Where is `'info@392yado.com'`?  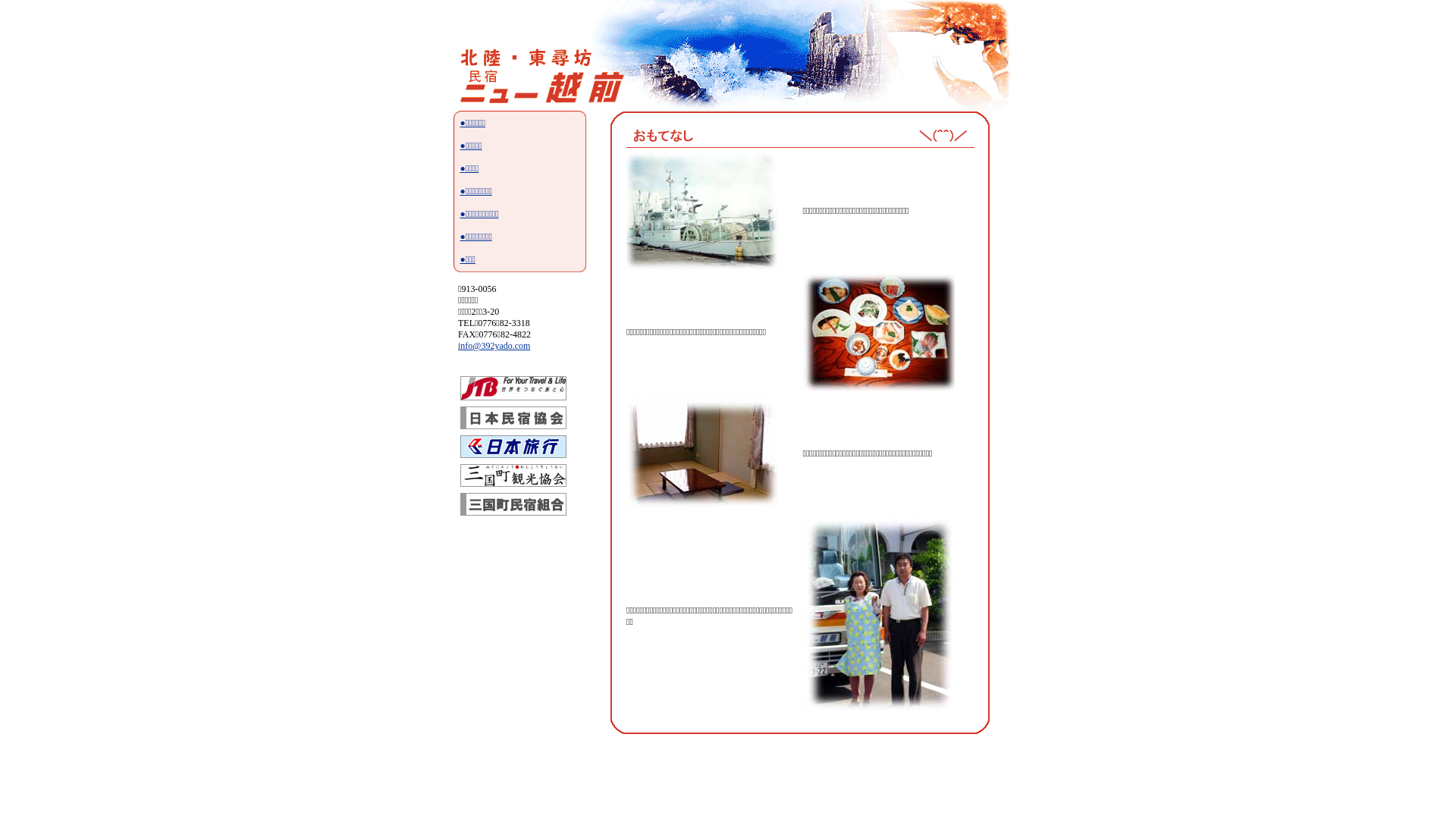 'info@392yado.com' is located at coordinates (457, 345).